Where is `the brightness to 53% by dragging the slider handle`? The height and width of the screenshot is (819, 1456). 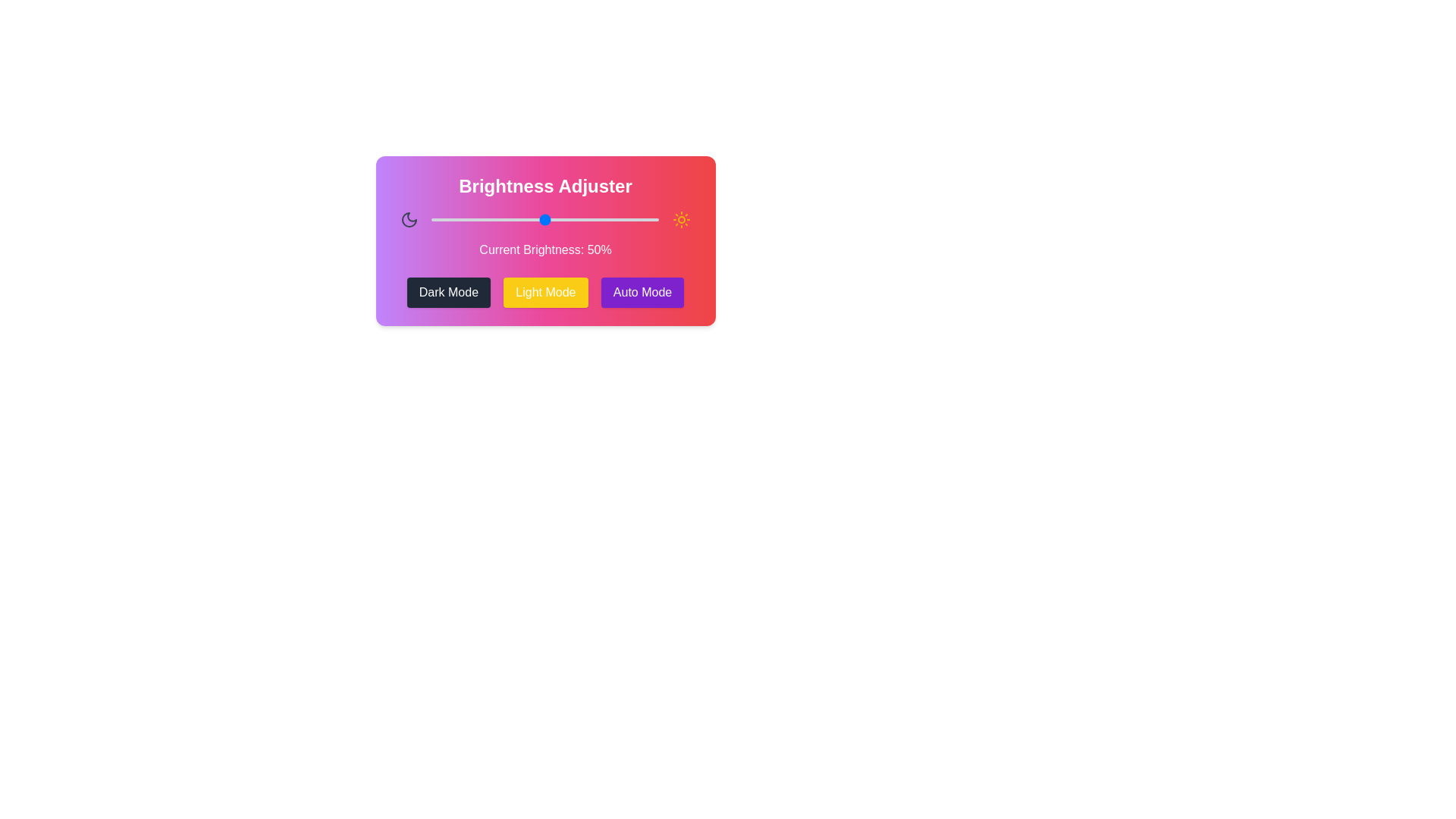
the brightness to 53% by dragging the slider handle is located at coordinates (551, 219).